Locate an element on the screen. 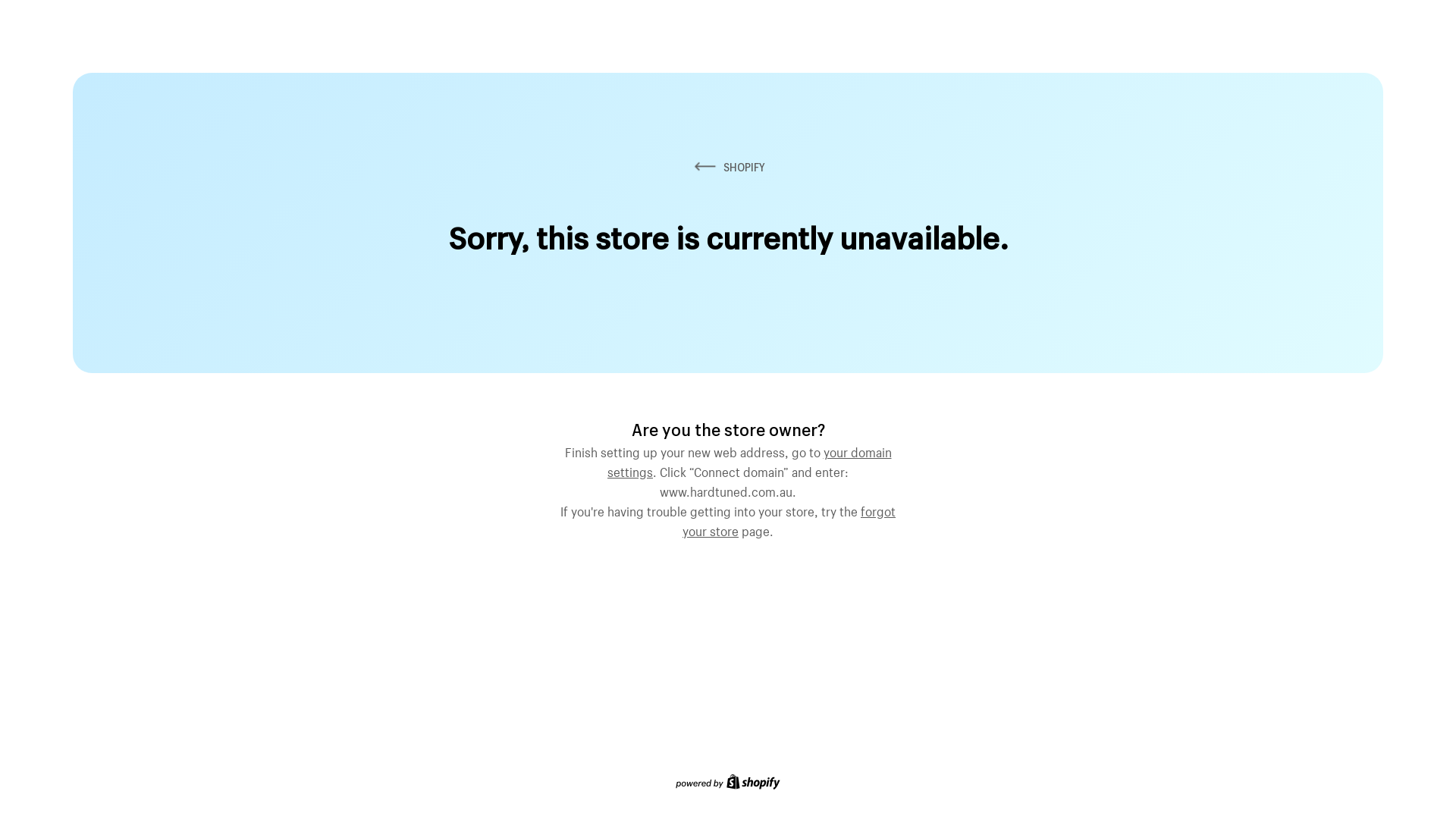 The height and width of the screenshot is (819, 1456). 'SHOPIFY' is located at coordinates (728, 167).